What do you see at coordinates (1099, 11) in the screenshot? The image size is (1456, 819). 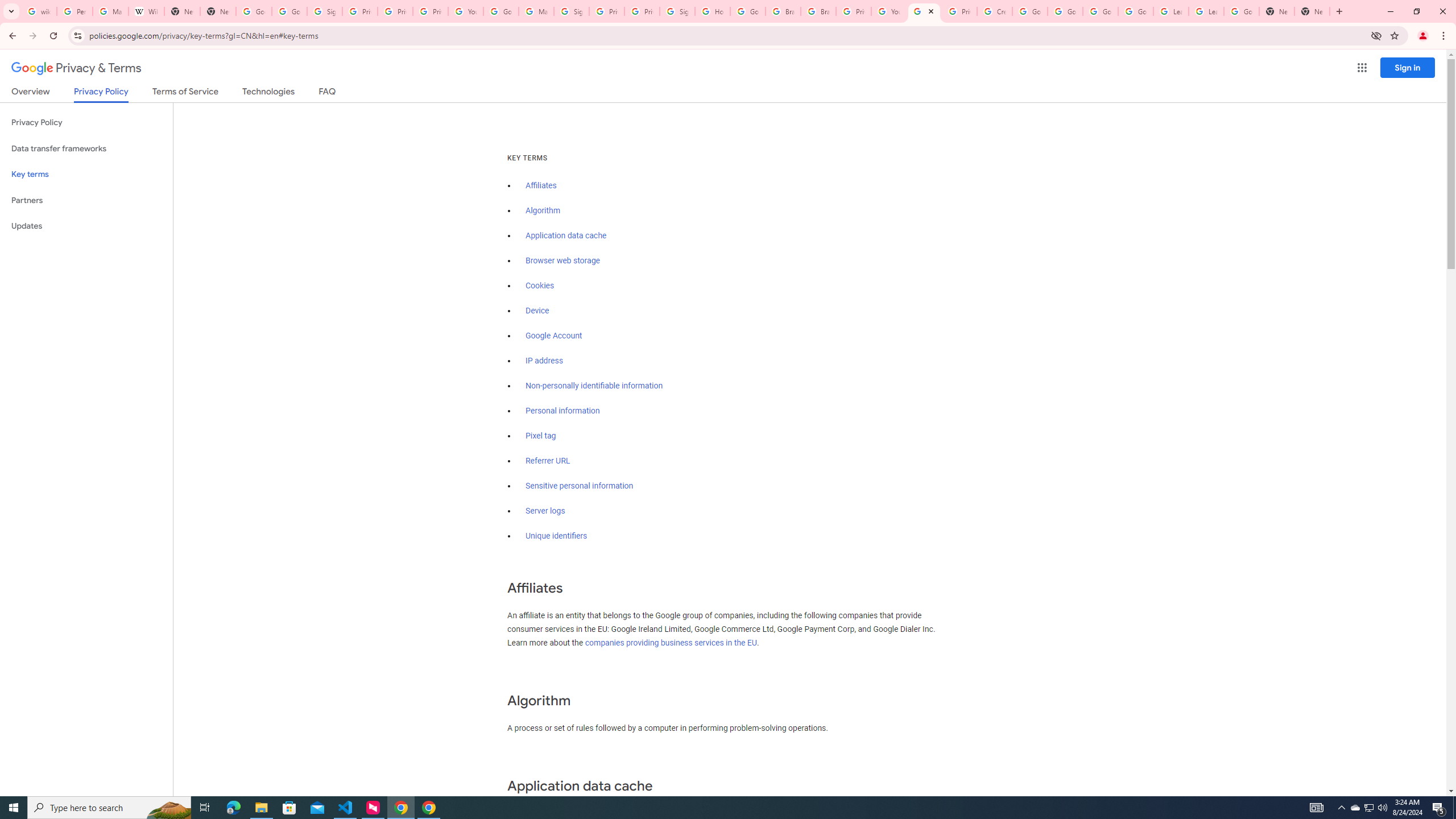 I see `'Google Account Help'` at bounding box center [1099, 11].